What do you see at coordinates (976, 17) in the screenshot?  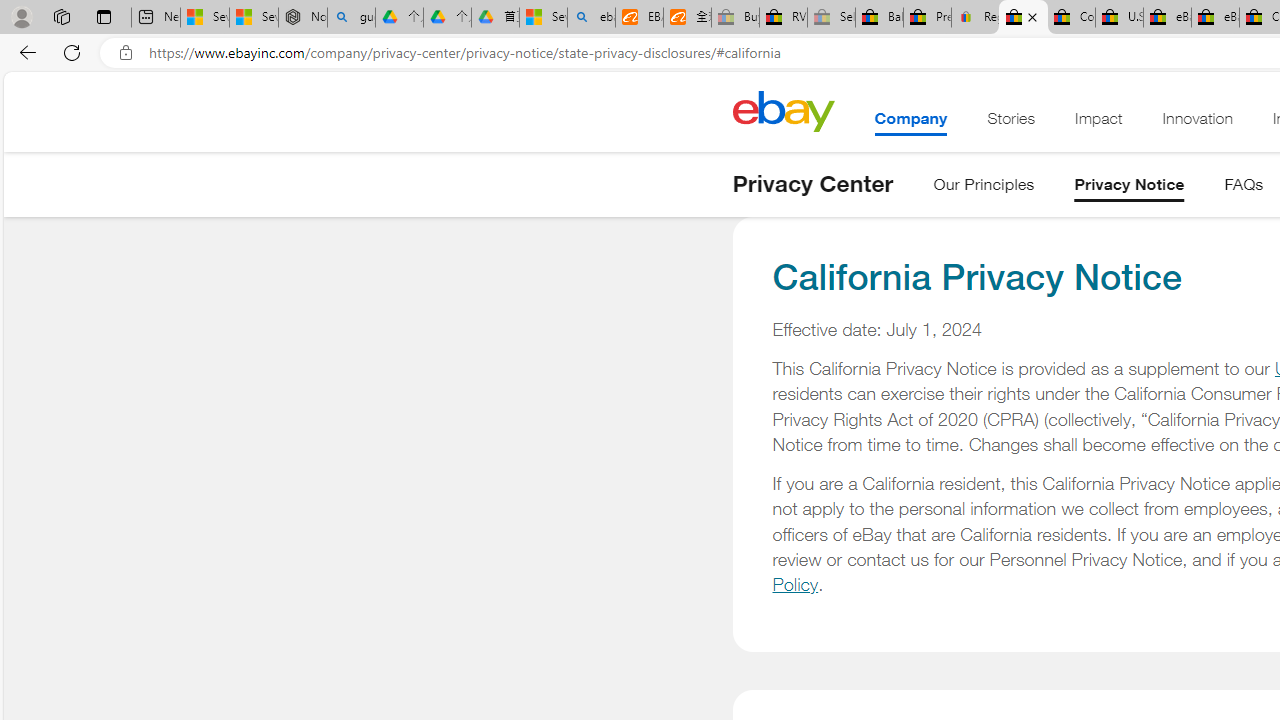 I see `'Register: Create a personal eBay account'` at bounding box center [976, 17].